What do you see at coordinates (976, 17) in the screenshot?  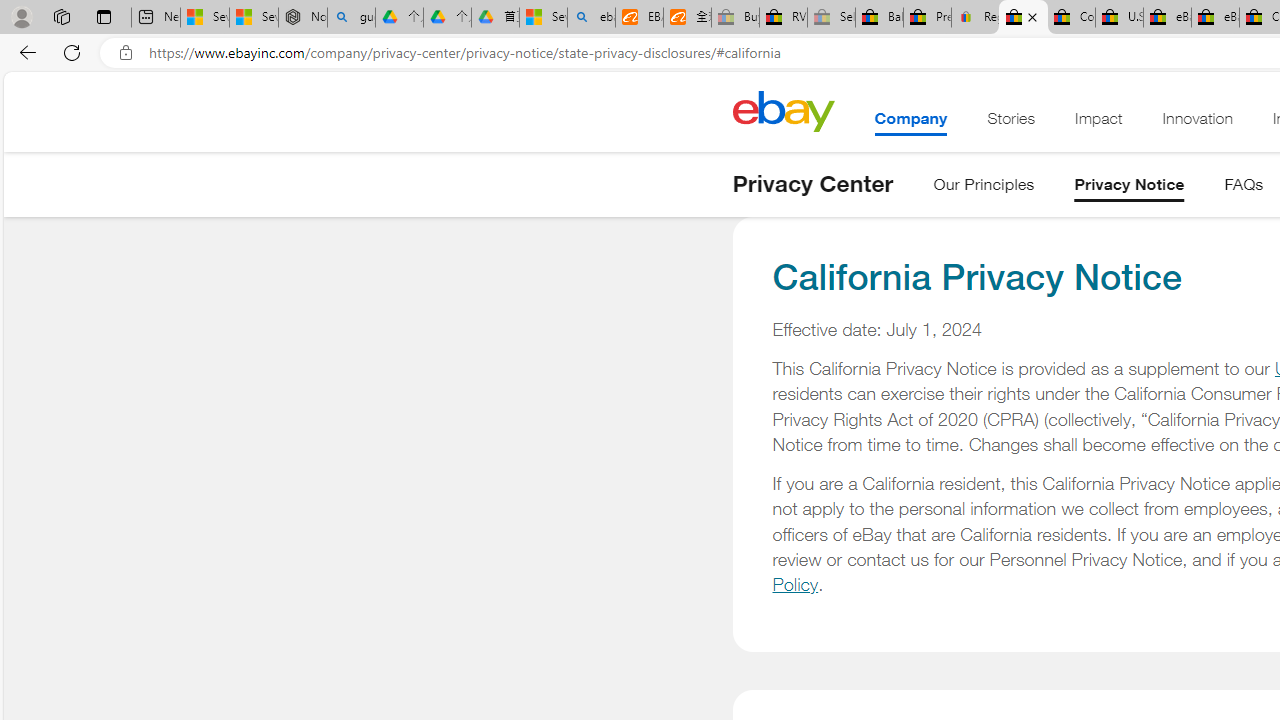 I see `'Register: Create a personal eBay account'` at bounding box center [976, 17].